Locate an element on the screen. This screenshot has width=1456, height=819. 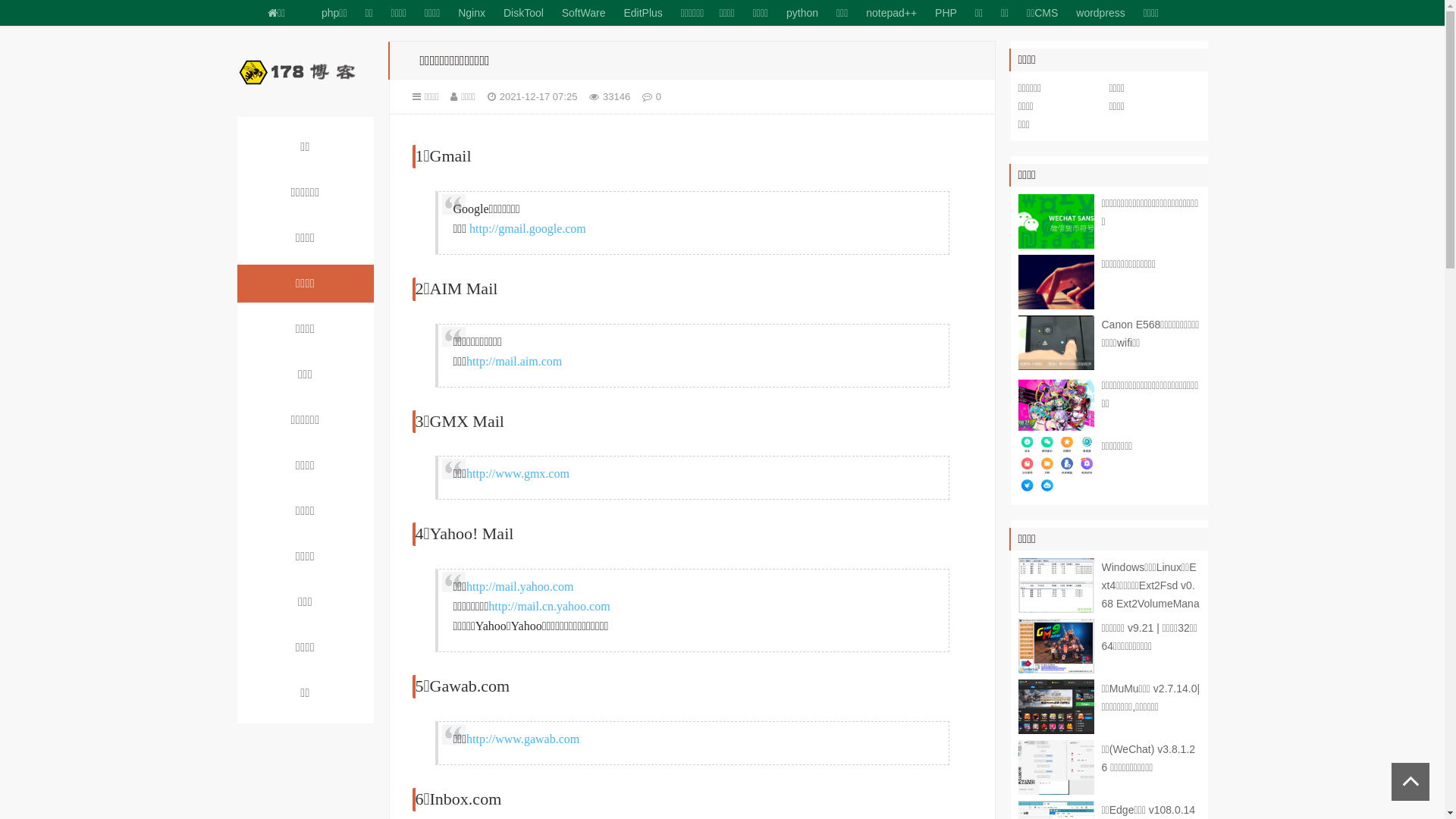
'PHP' is located at coordinates (945, 12).